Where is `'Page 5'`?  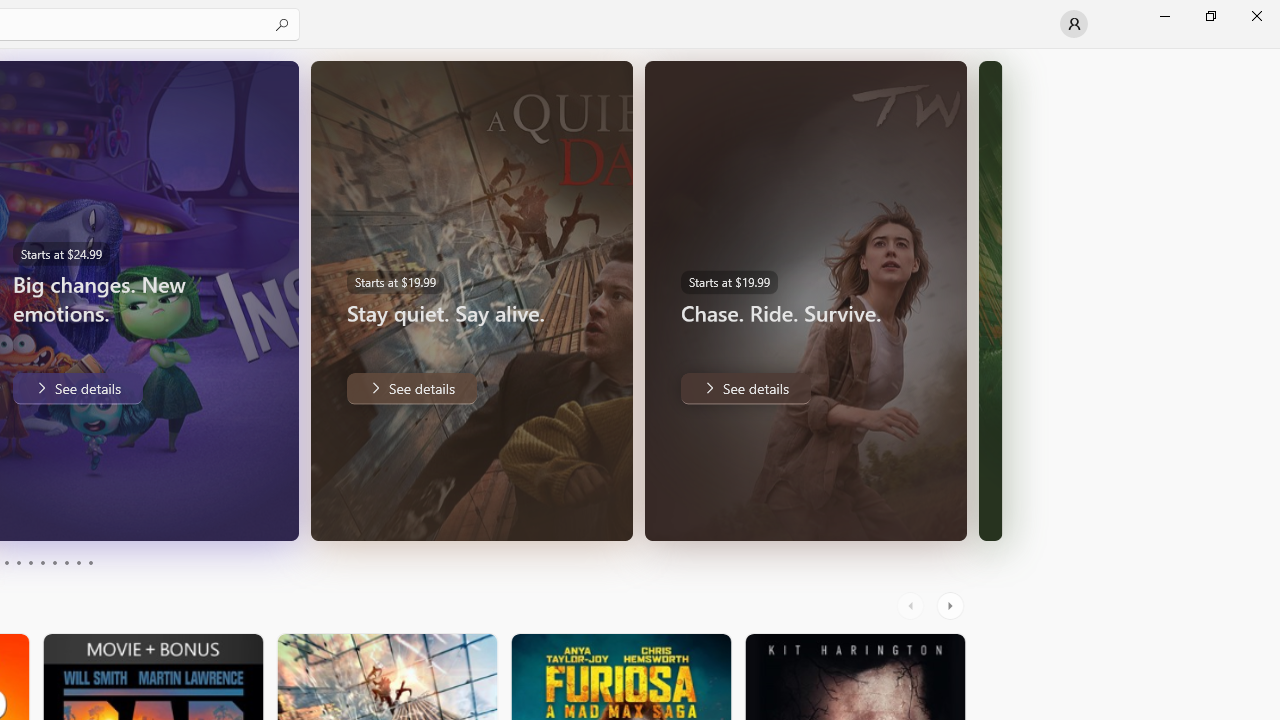 'Page 5' is located at coordinates (30, 563).